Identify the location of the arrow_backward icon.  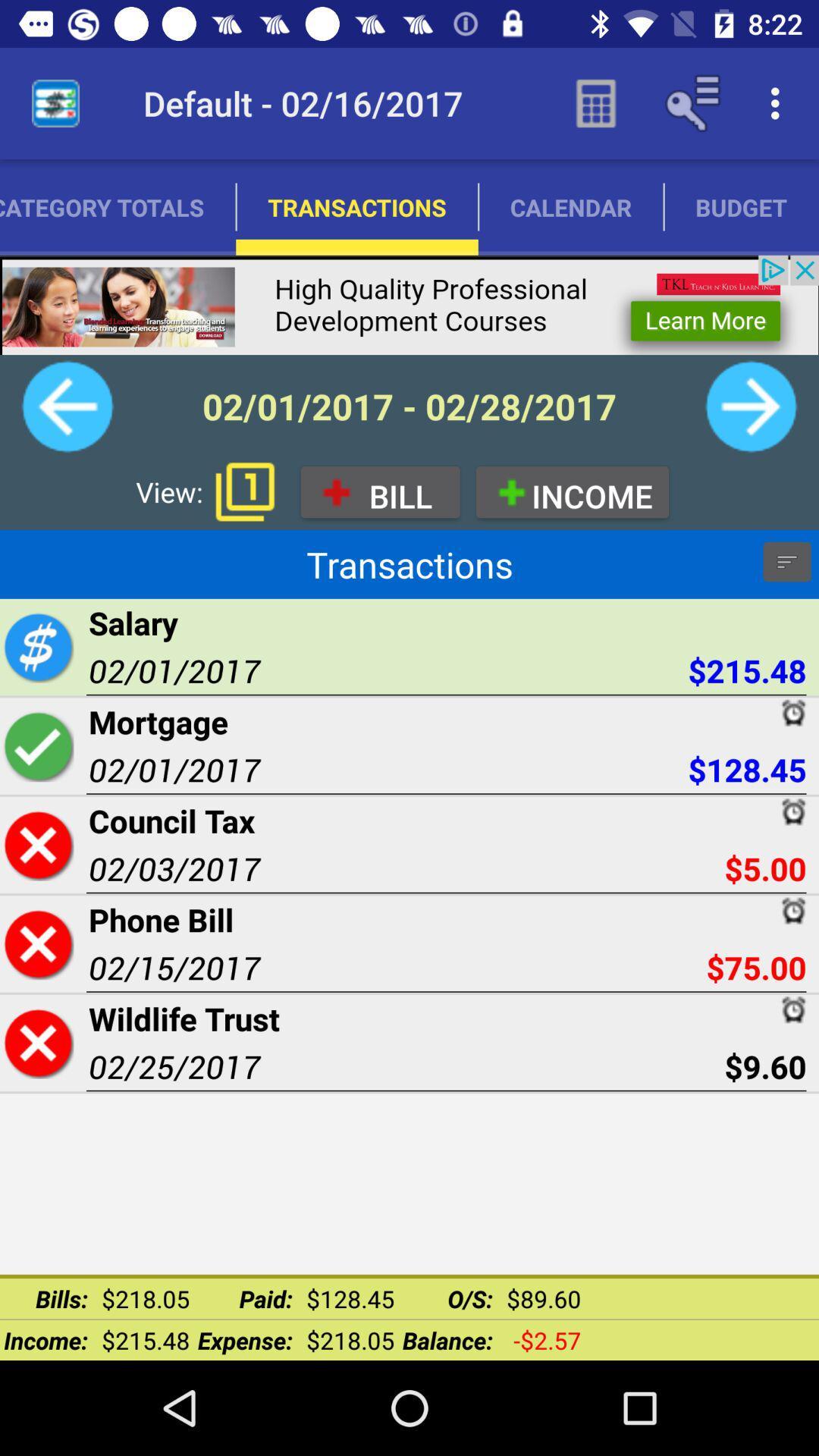
(67, 406).